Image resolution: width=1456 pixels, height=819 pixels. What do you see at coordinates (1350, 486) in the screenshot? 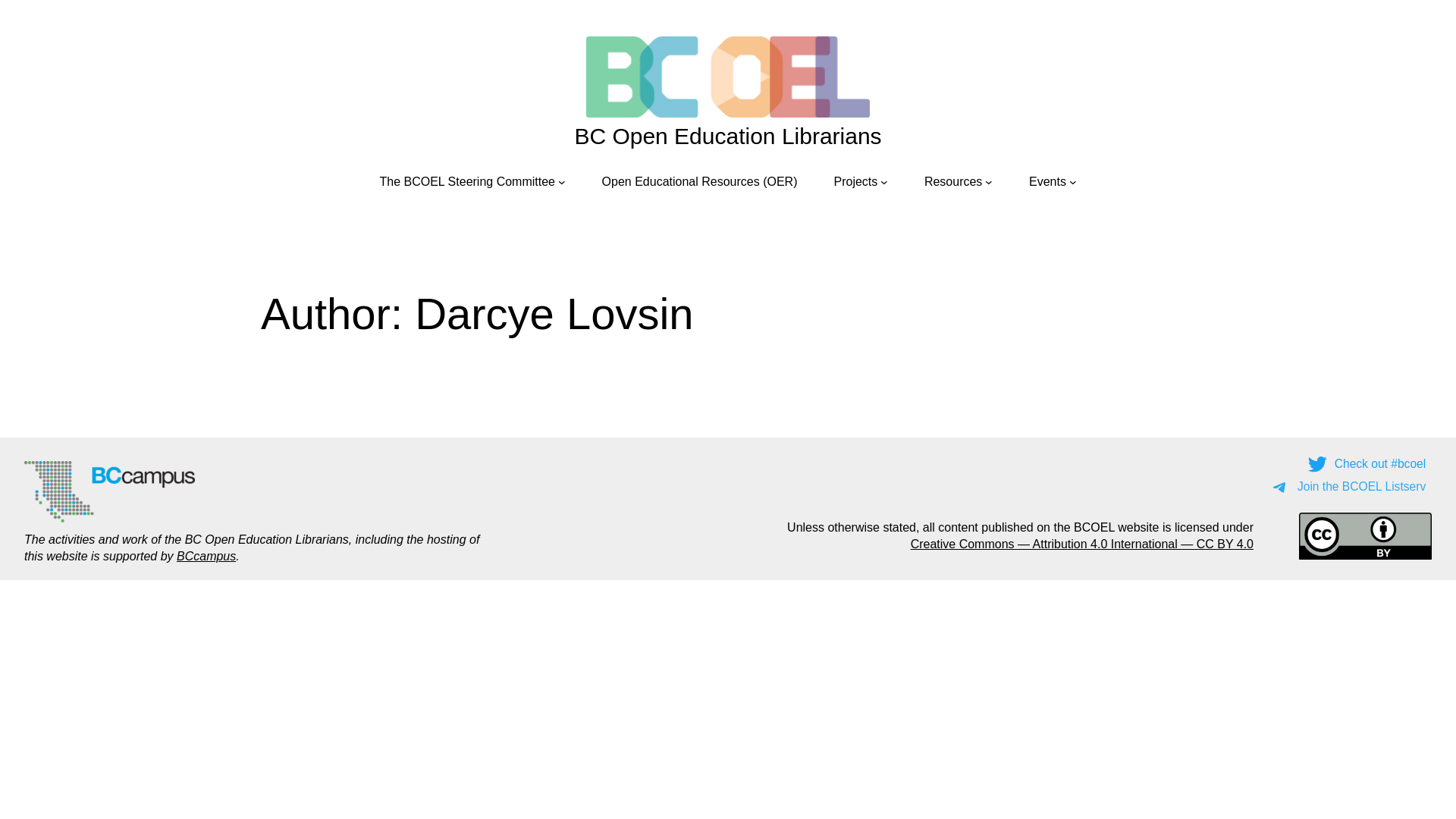
I see `'Join the BCOEL Listserv'` at bounding box center [1350, 486].